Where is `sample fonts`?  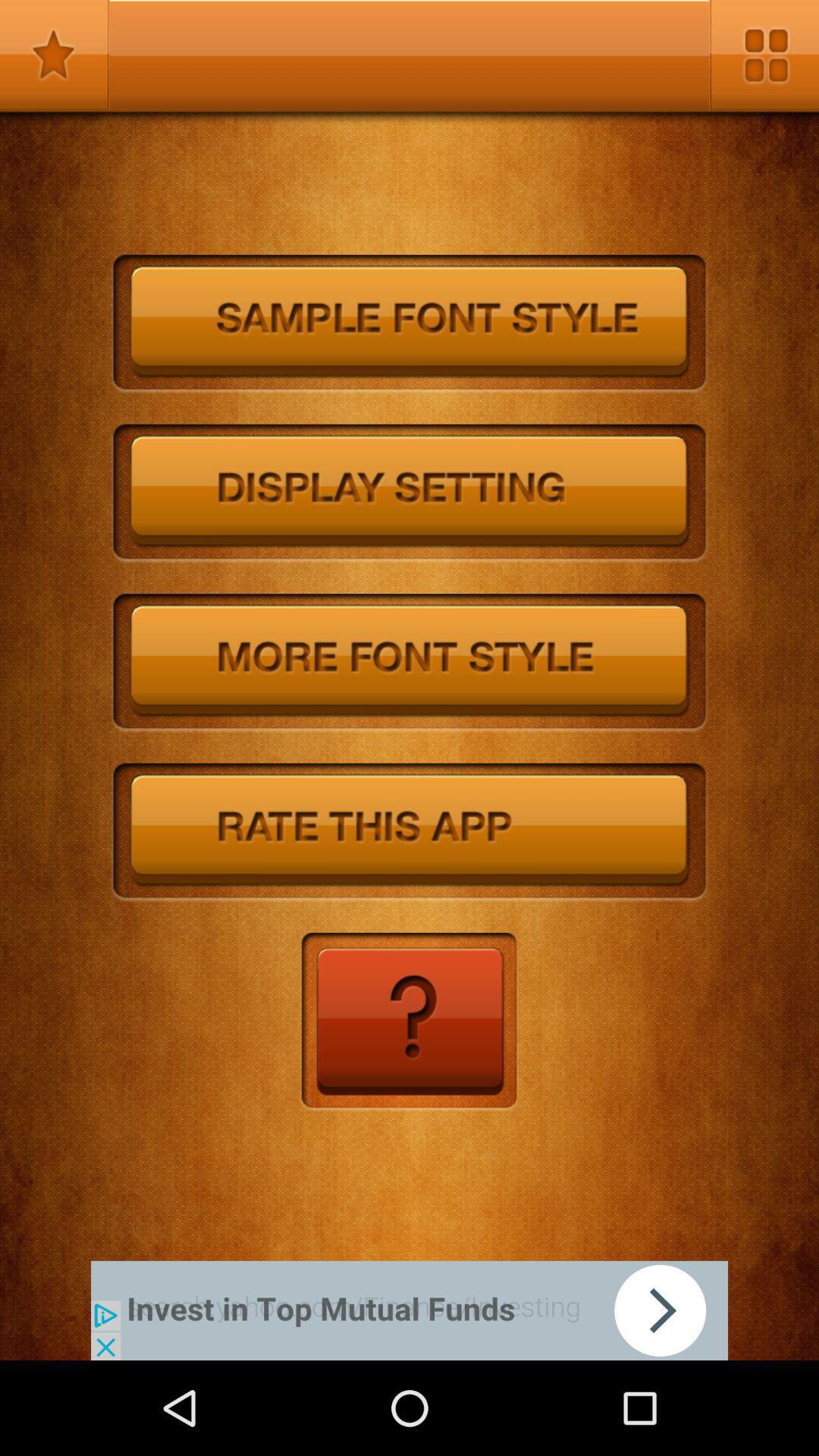 sample fonts is located at coordinates (409, 323).